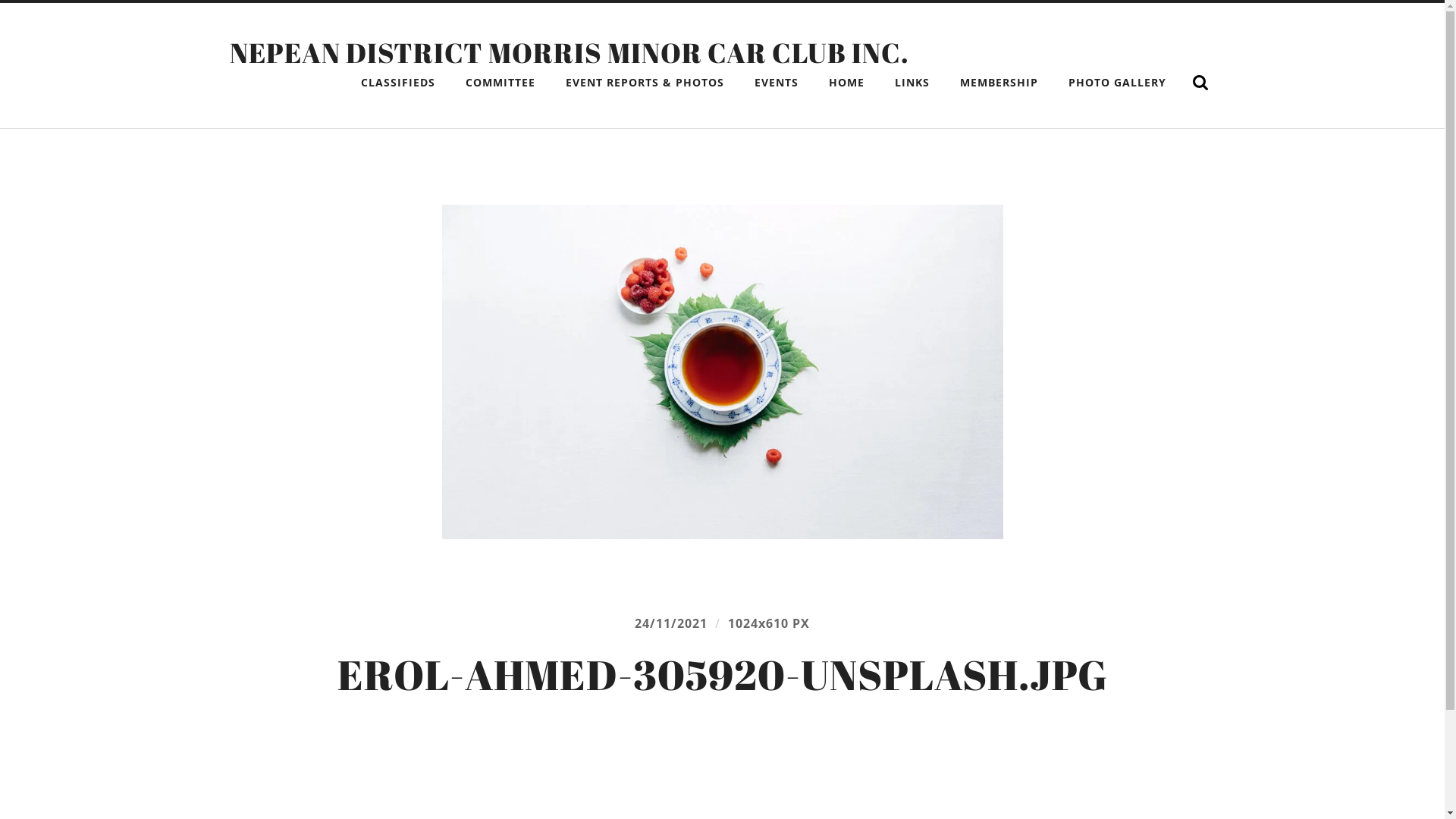 Image resolution: width=1456 pixels, height=819 pixels. Describe the element at coordinates (776, 82) in the screenshot. I see `'EVENTS'` at that location.